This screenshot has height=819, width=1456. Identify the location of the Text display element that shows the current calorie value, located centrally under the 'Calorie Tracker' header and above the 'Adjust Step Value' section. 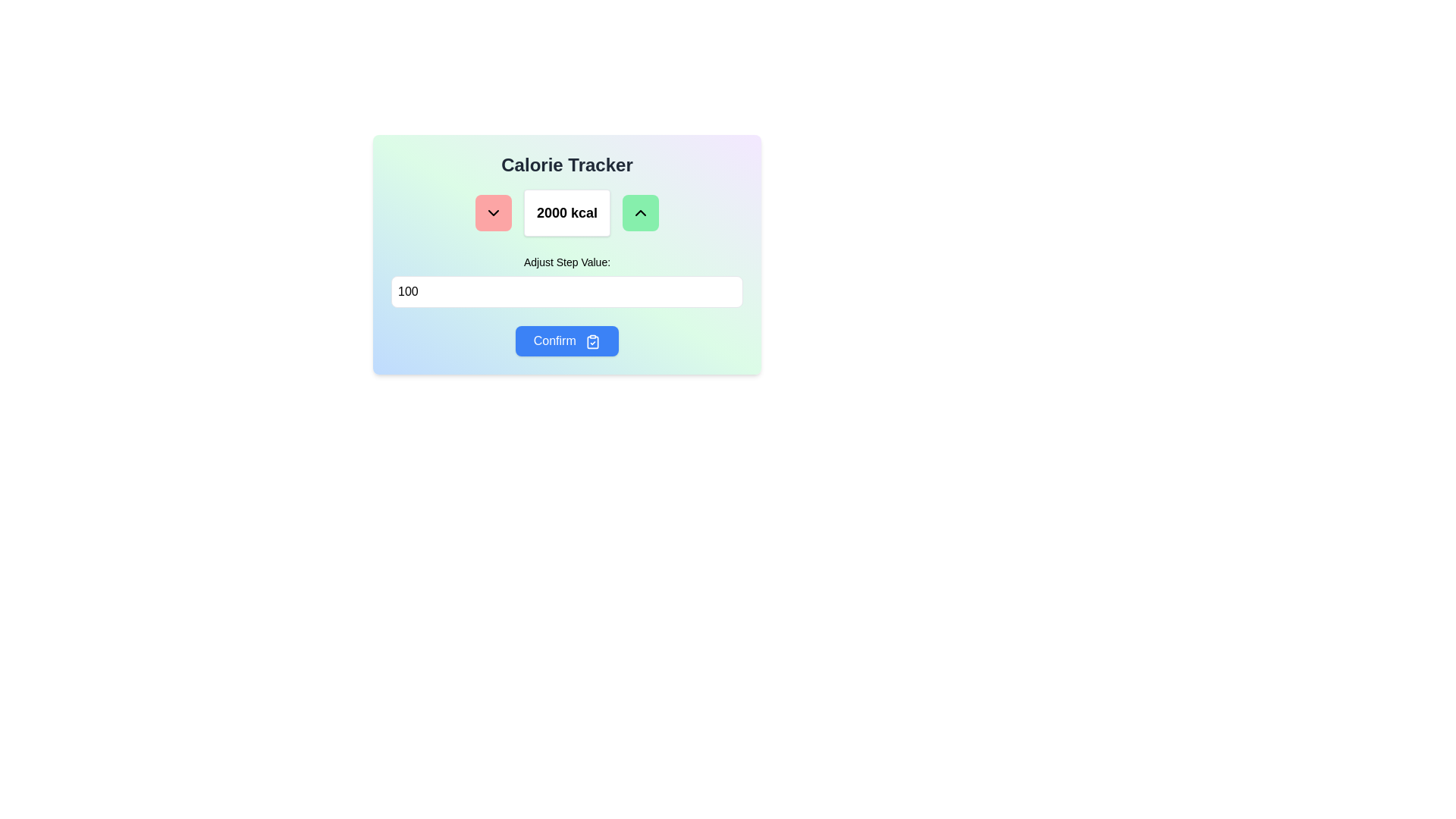
(566, 213).